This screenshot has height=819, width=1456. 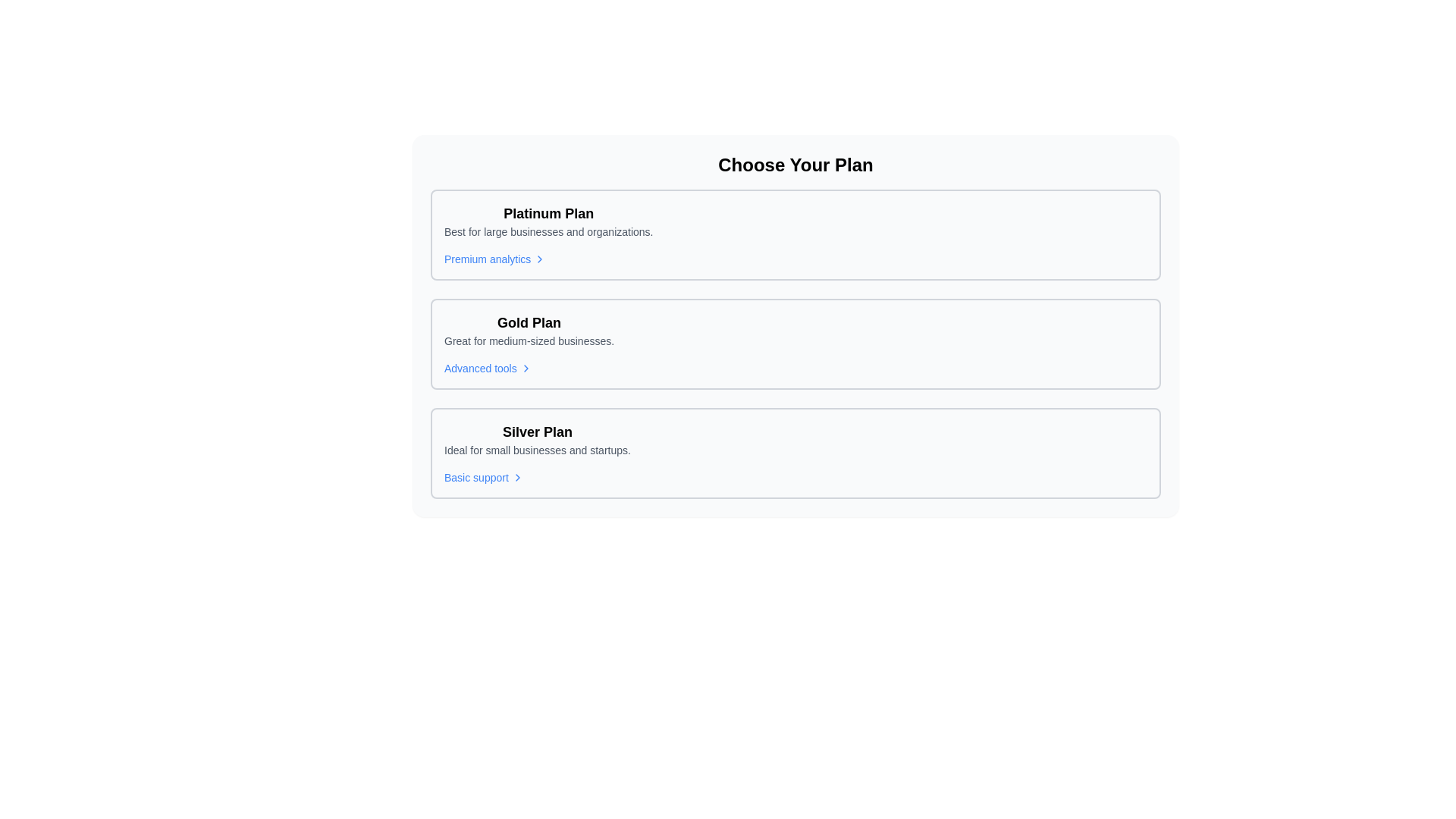 I want to click on the text element displaying 'Gold Plan' which is positioned in the center of the list of plans, between 'Platinum Plan' and 'Silver Plan', so click(x=529, y=329).